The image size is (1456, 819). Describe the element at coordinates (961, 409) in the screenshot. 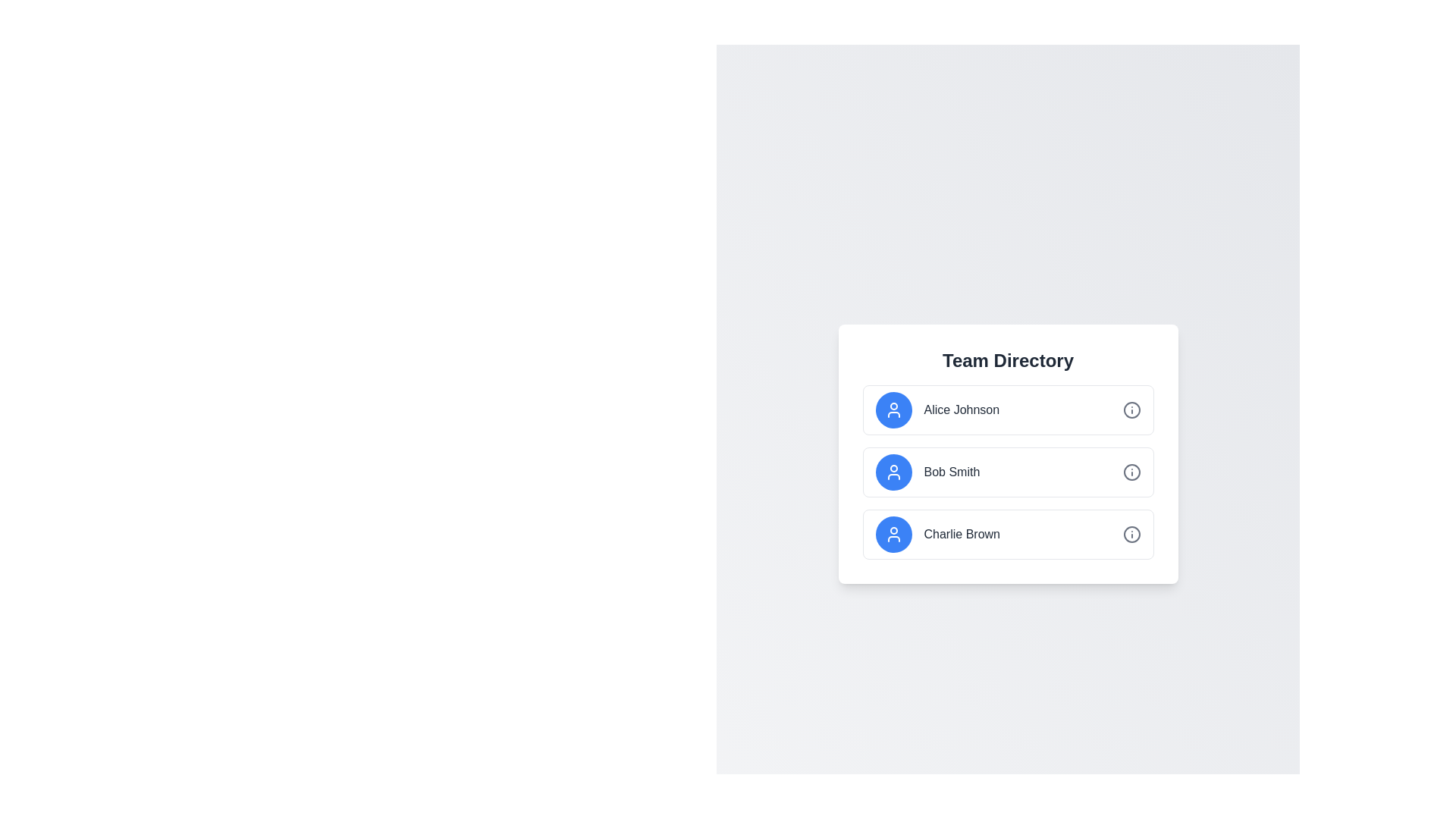

I see `the text label displaying 'Alice Johnson' located in the first item of the vertical list under the 'Team Directory' header` at that location.